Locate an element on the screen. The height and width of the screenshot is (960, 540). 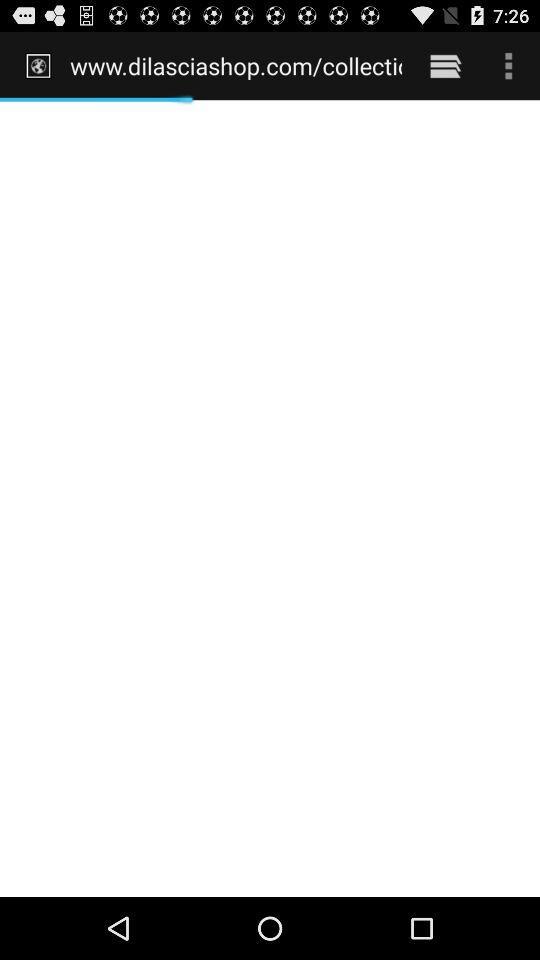
the icon below www dilasciashop com item is located at coordinates (270, 497).